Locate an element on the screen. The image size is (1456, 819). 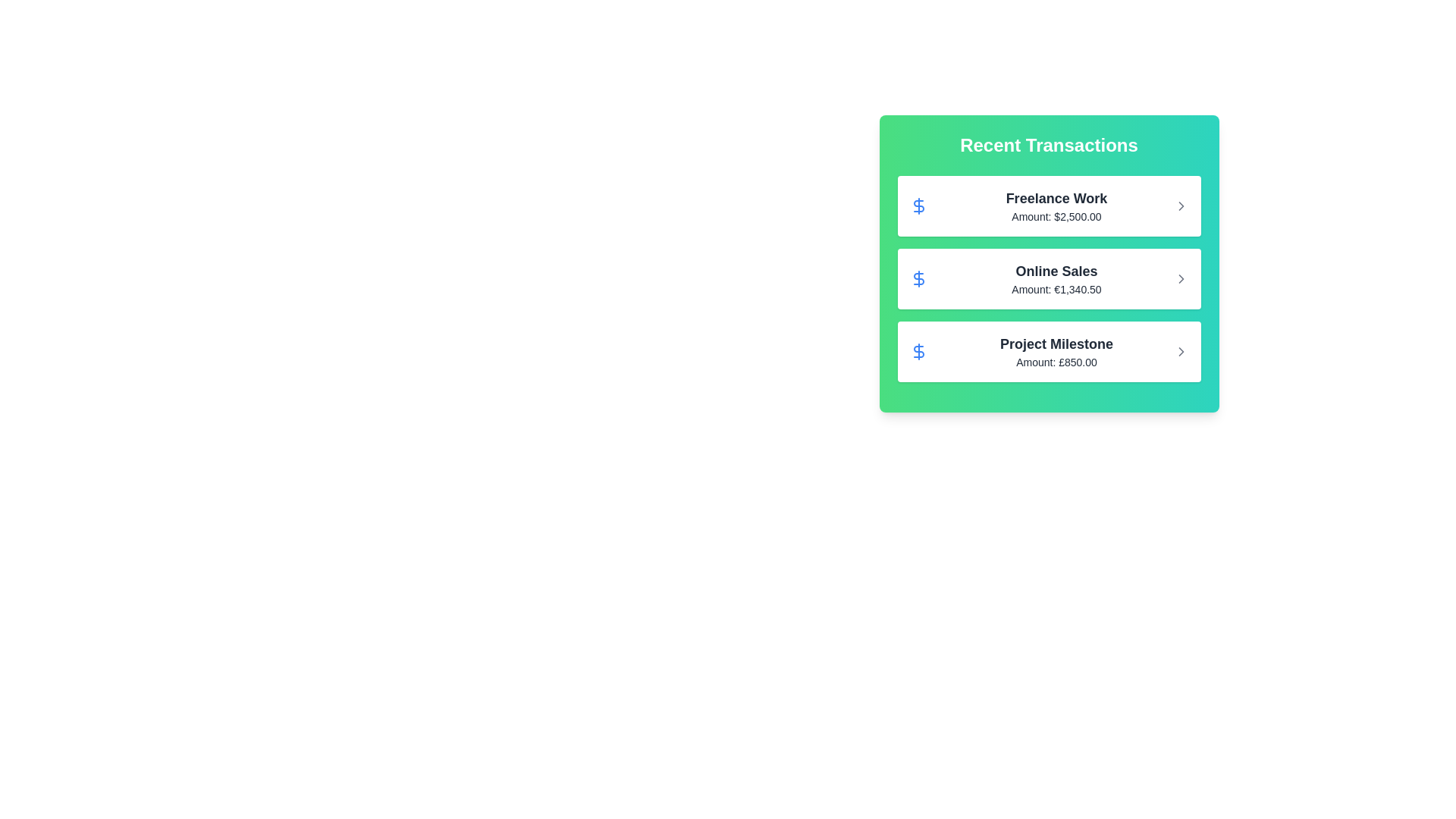
the text label 'Project Milestone' is located at coordinates (1056, 344).